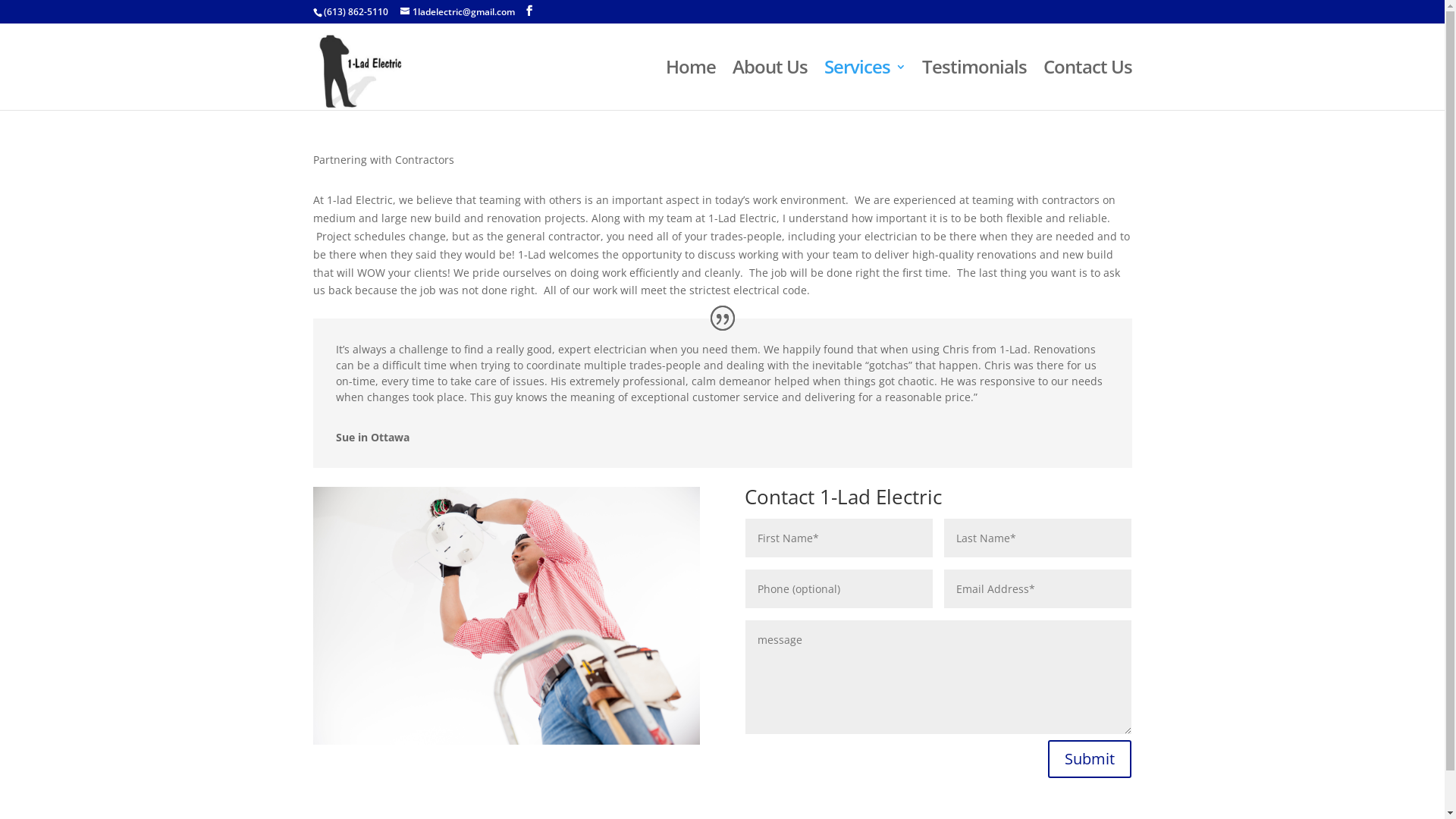  What do you see at coordinates (1047, 759) in the screenshot?
I see `'Submit'` at bounding box center [1047, 759].